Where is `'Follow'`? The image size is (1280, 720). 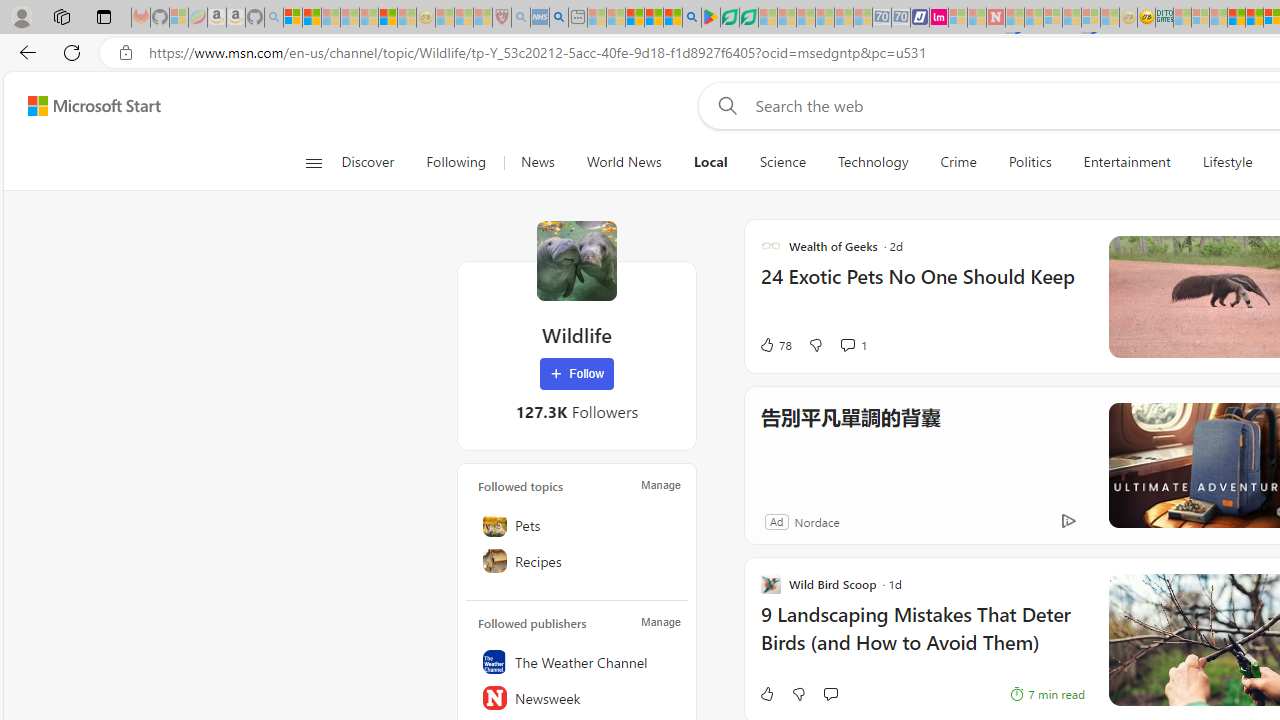
'Follow' is located at coordinates (576, 374).